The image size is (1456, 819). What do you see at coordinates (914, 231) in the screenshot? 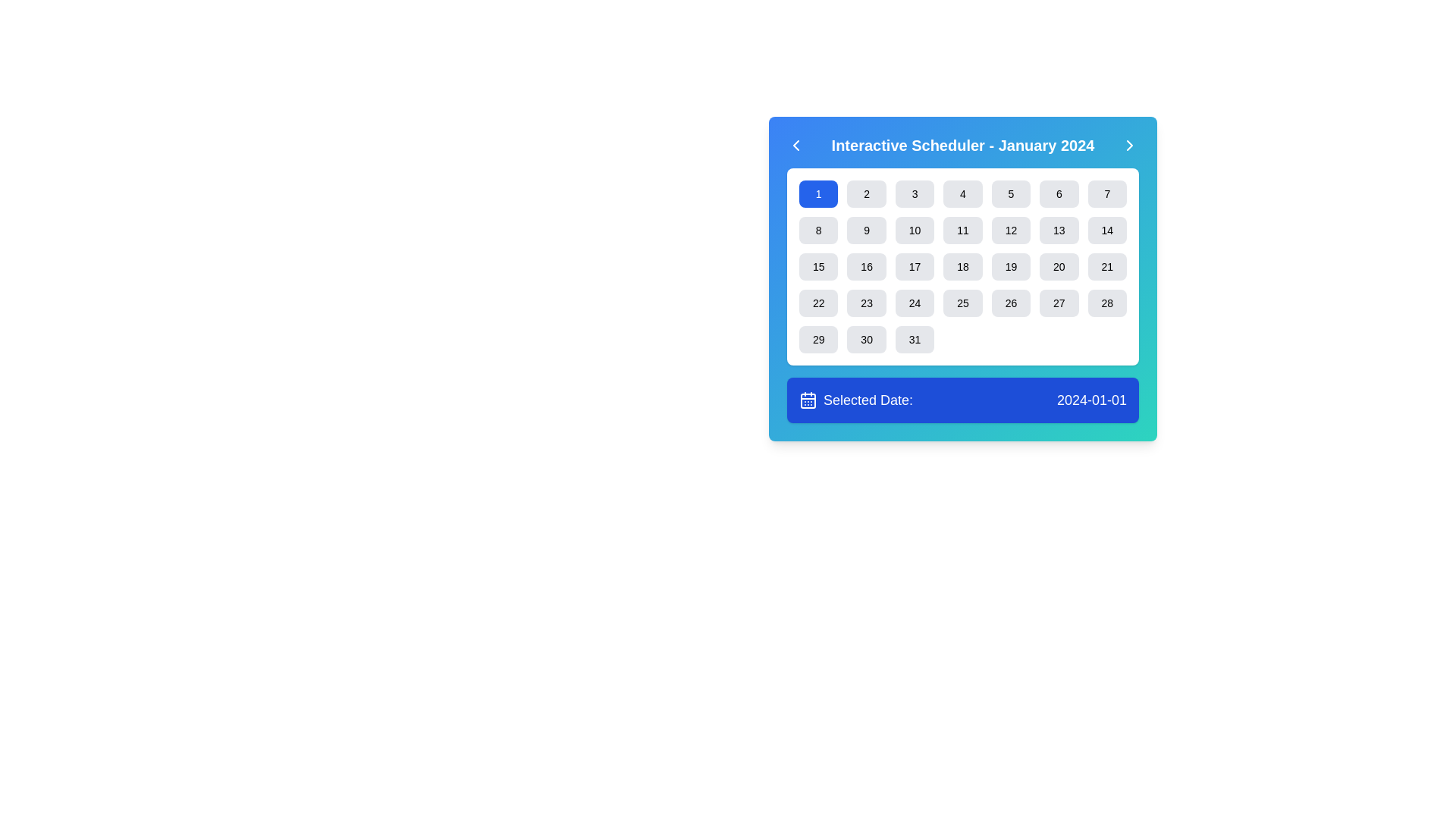
I see `the rectangular button with rounded corners and the text '10' in the calendar grid of the 'Interactive Scheduler - January 2024'` at bounding box center [914, 231].